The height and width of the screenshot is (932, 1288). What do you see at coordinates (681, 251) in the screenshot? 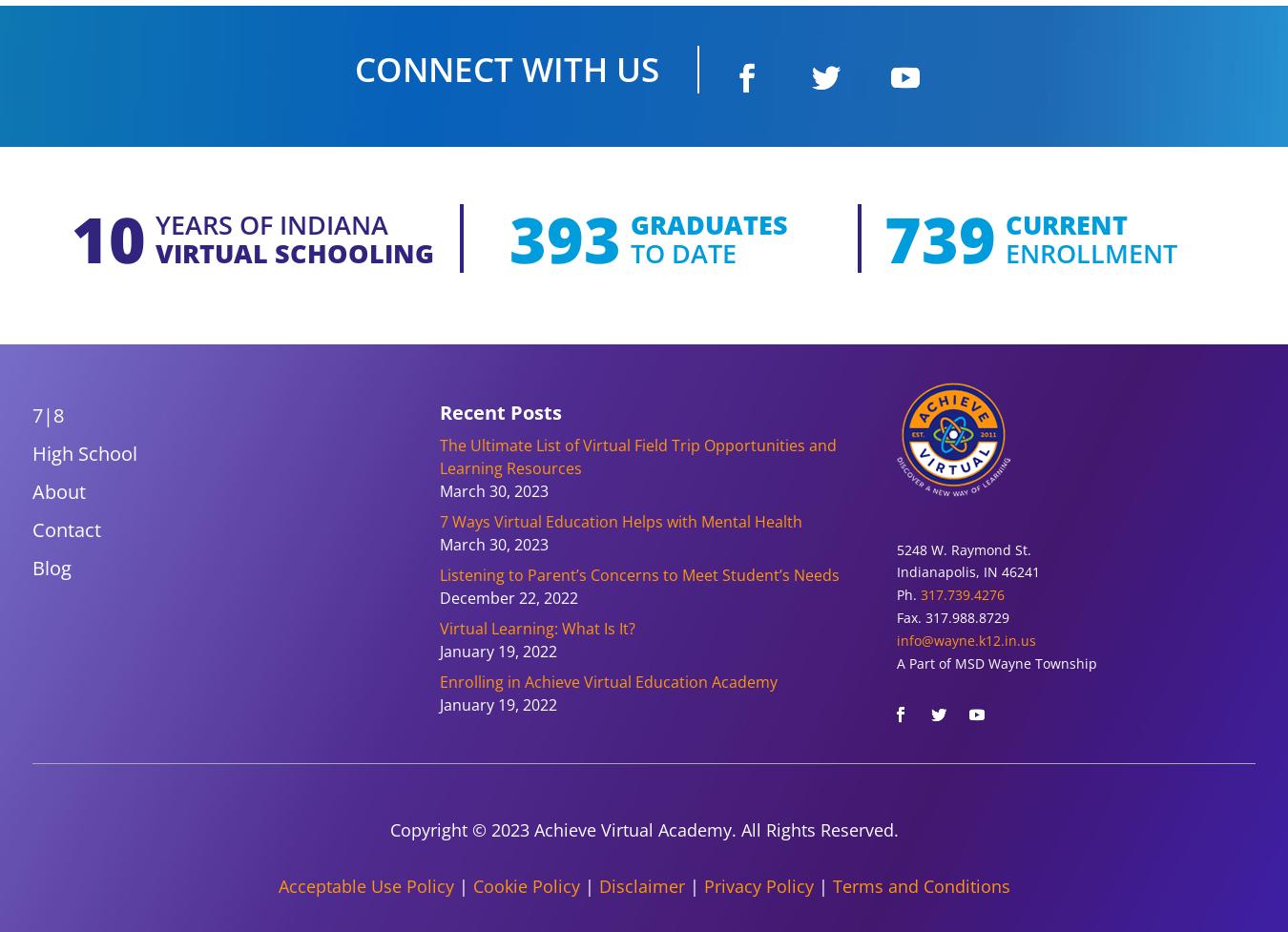
I see `'to date'` at bounding box center [681, 251].